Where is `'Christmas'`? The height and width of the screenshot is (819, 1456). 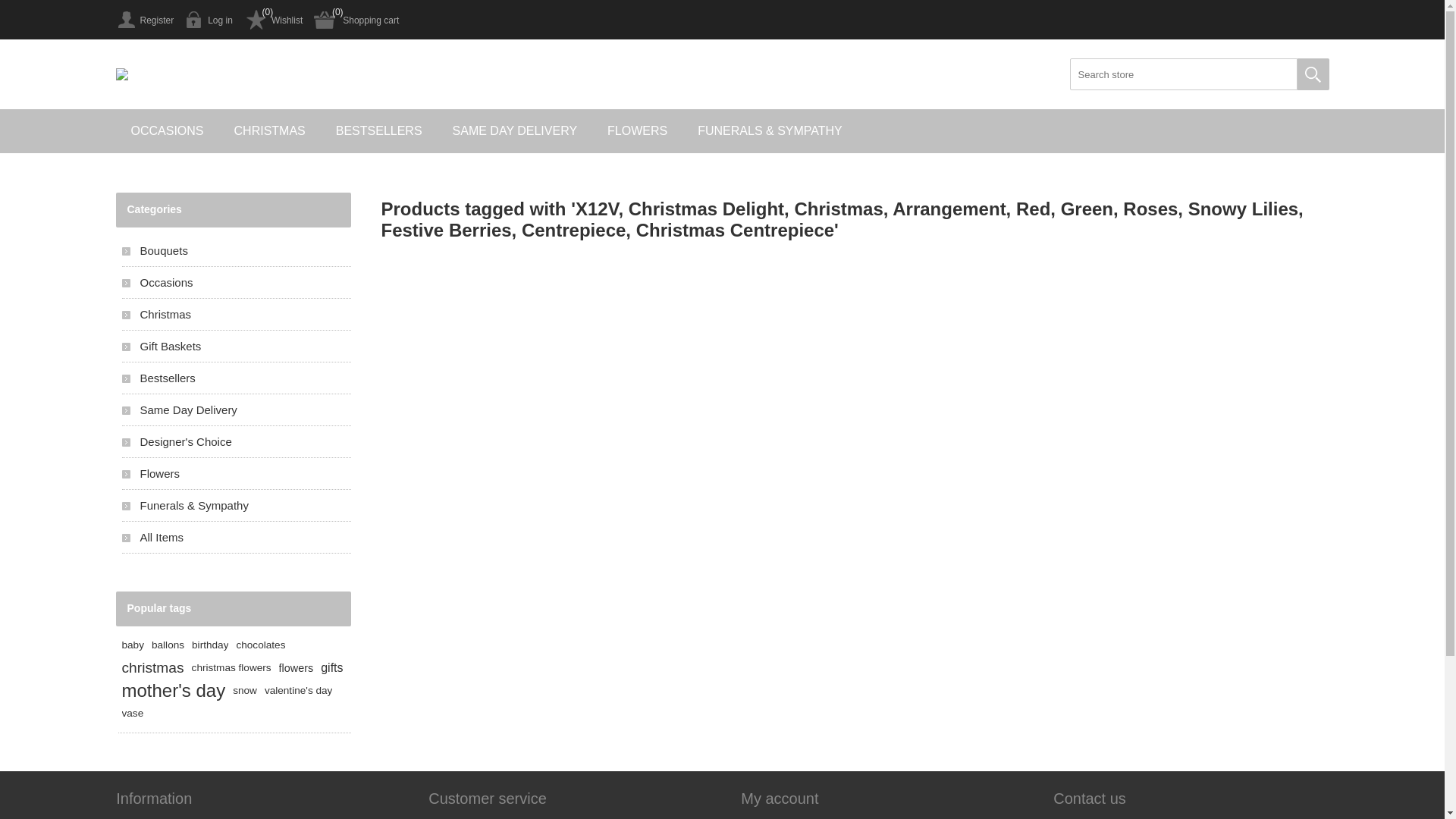
'Christmas' is located at coordinates (235, 313).